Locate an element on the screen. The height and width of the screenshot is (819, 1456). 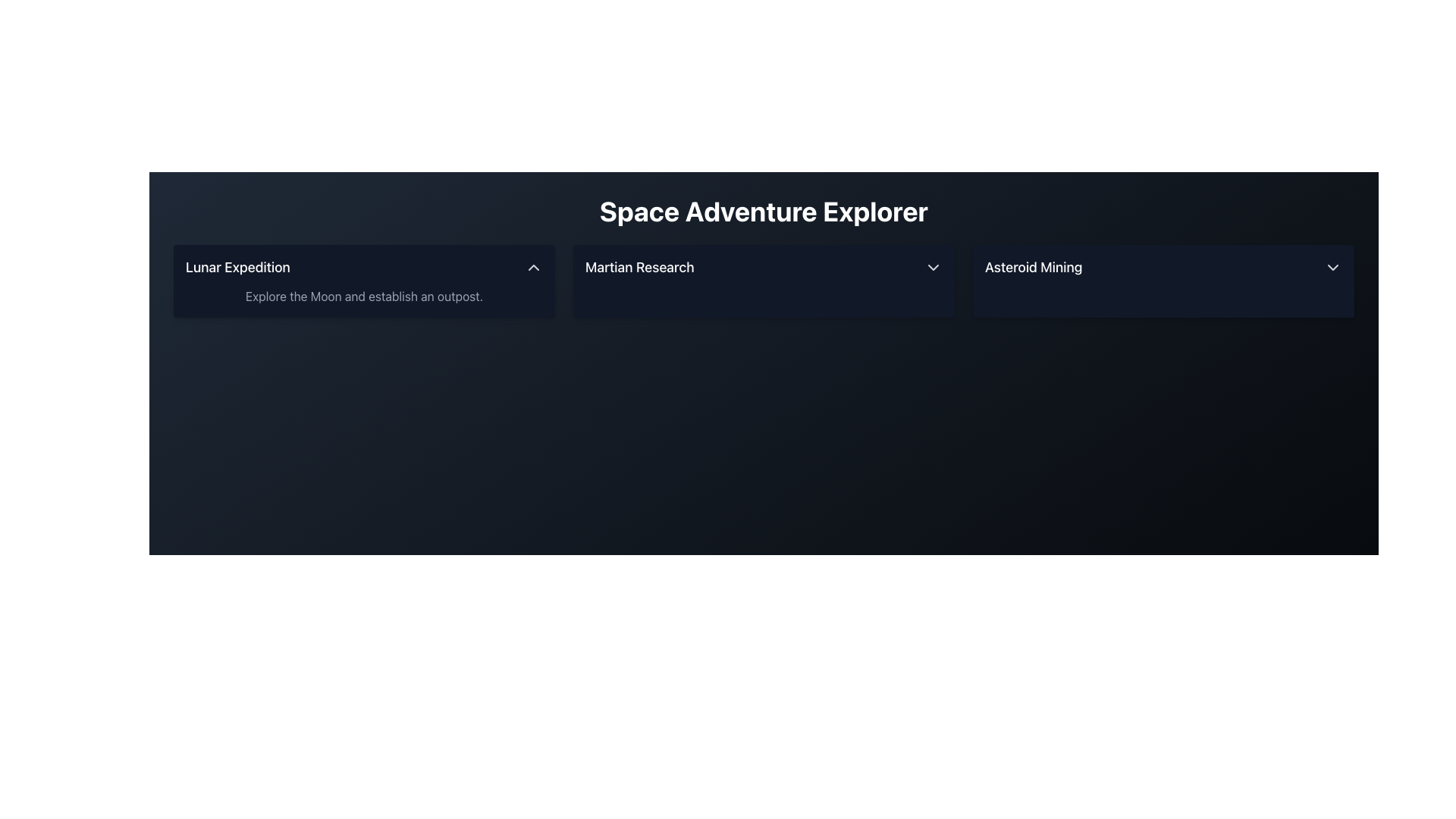
the second card is located at coordinates (764, 281).